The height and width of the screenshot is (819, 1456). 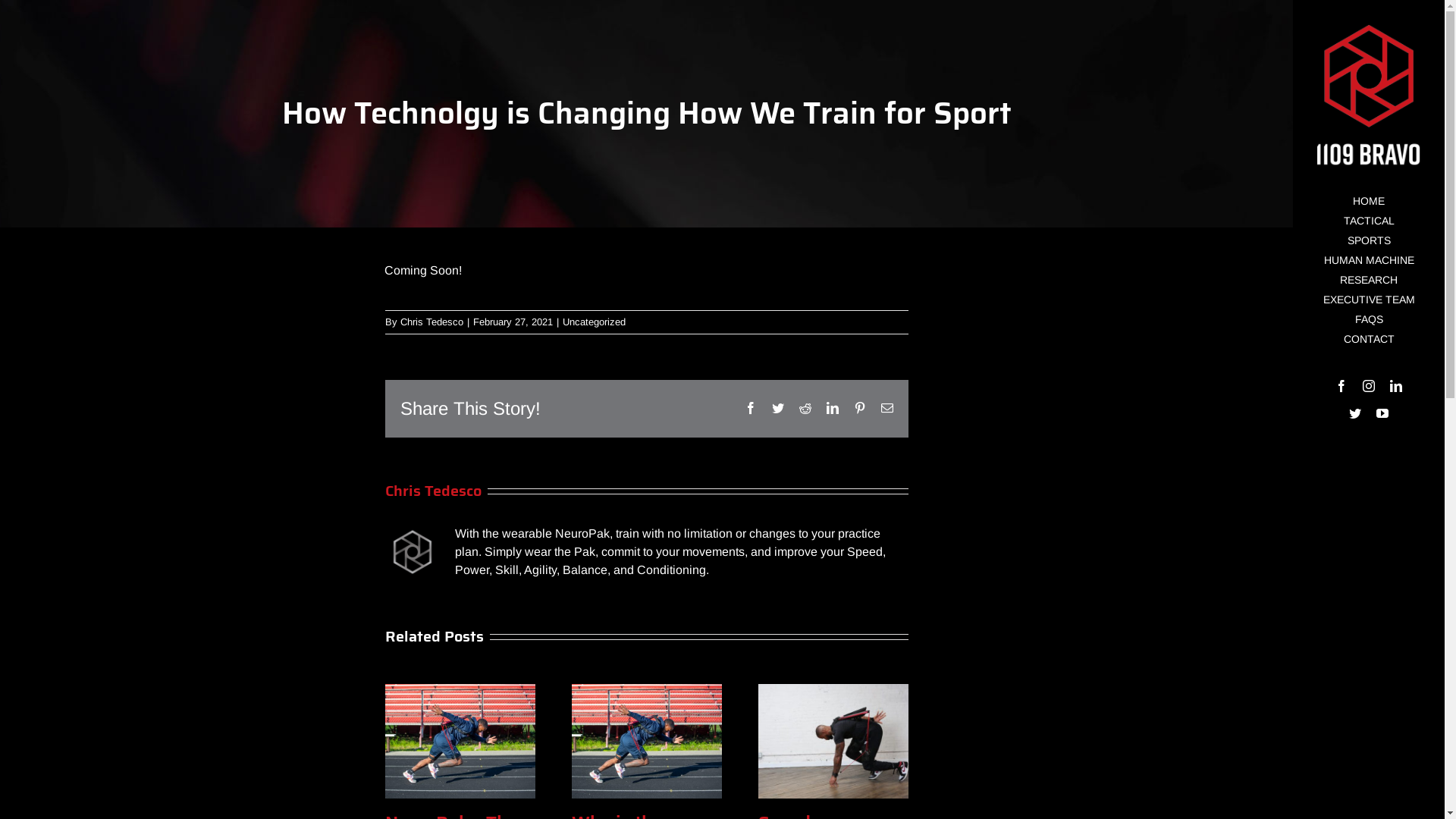 What do you see at coordinates (1291, 200) in the screenshot?
I see `'HOME'` at bounding box center [1291, 200].